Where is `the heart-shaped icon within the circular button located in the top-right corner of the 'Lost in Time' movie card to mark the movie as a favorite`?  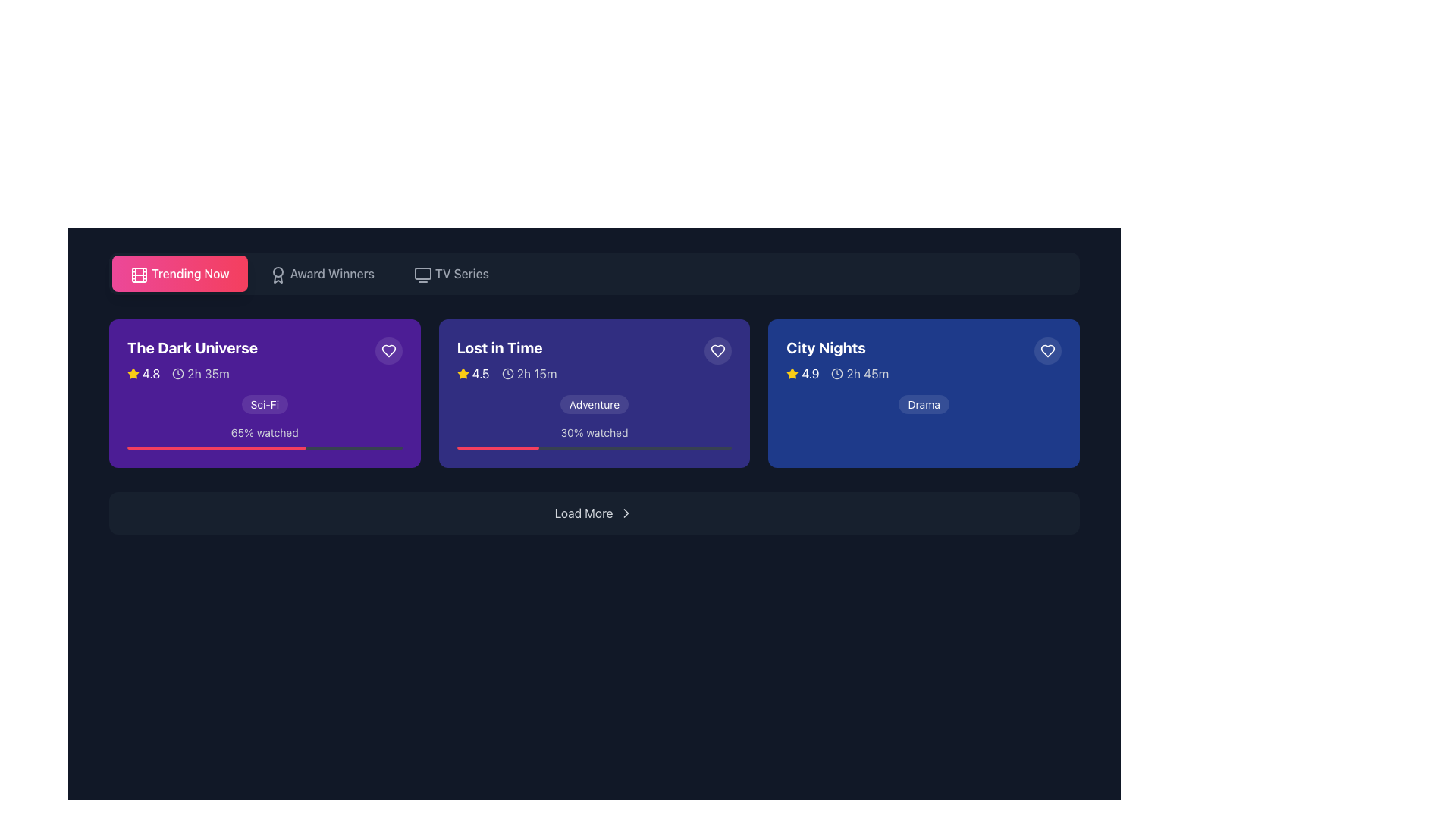
the heart-shaped icon within the circular button located in the top-right corner of the 'Lost in Time' movie card to mark the movie as a favorite is located at coordinates (717, 350).